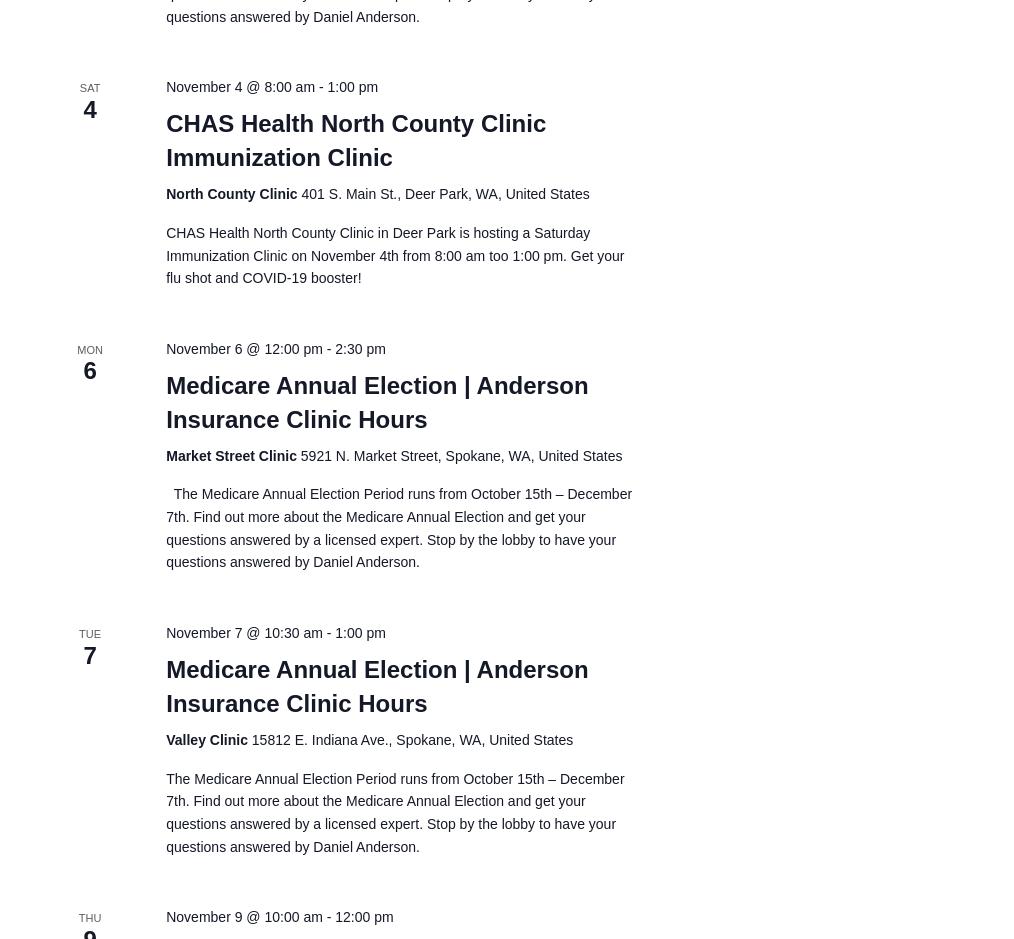 The height and width of the screenshot is (939, 1014). What do you see at coordinates (242, 631) in the screenshot?
I see `'November 7 @ 10:30 am'` at bounding box center [242, 631].